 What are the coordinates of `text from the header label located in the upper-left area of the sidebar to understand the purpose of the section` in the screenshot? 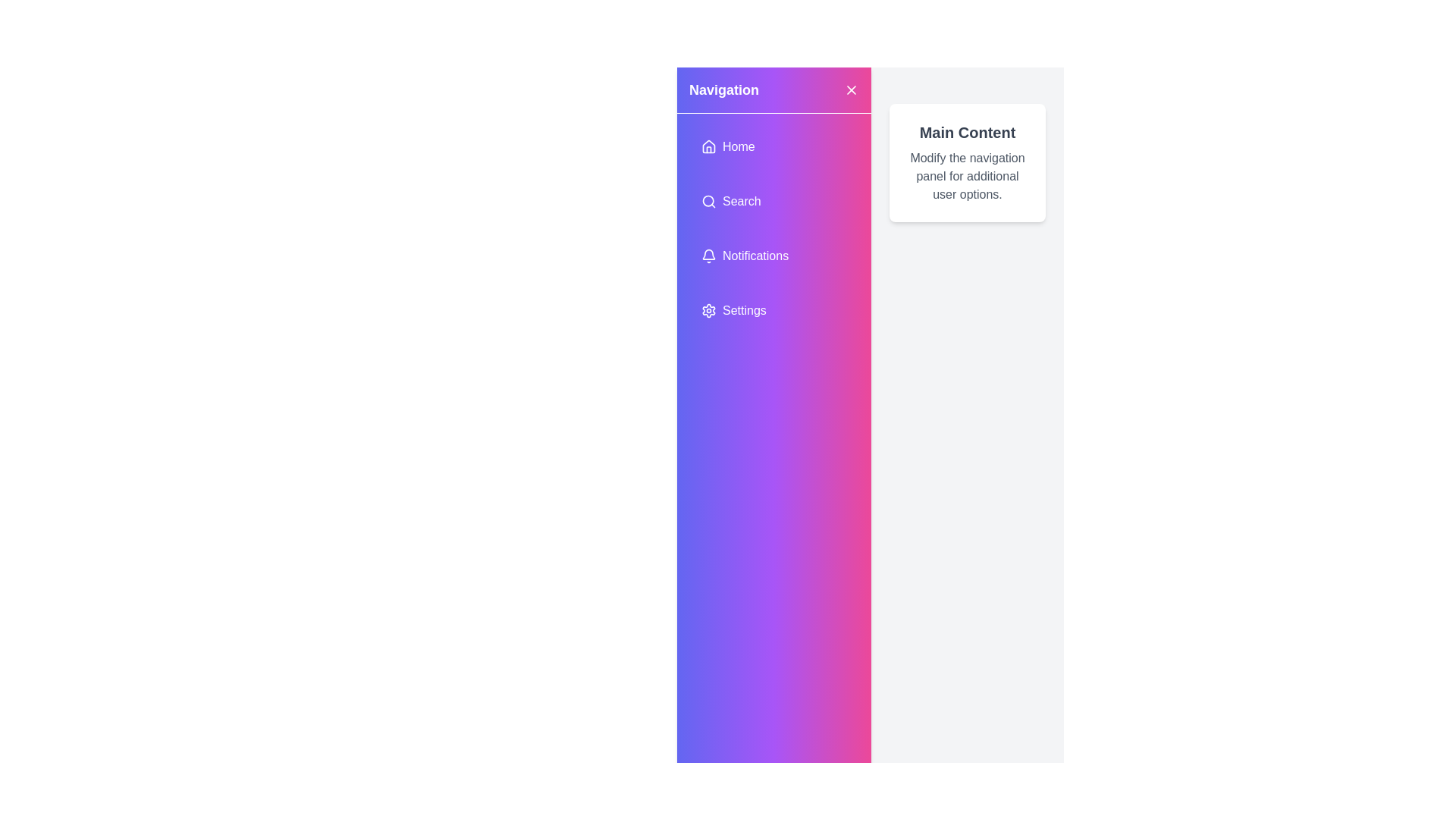 It's located at (723, 90).